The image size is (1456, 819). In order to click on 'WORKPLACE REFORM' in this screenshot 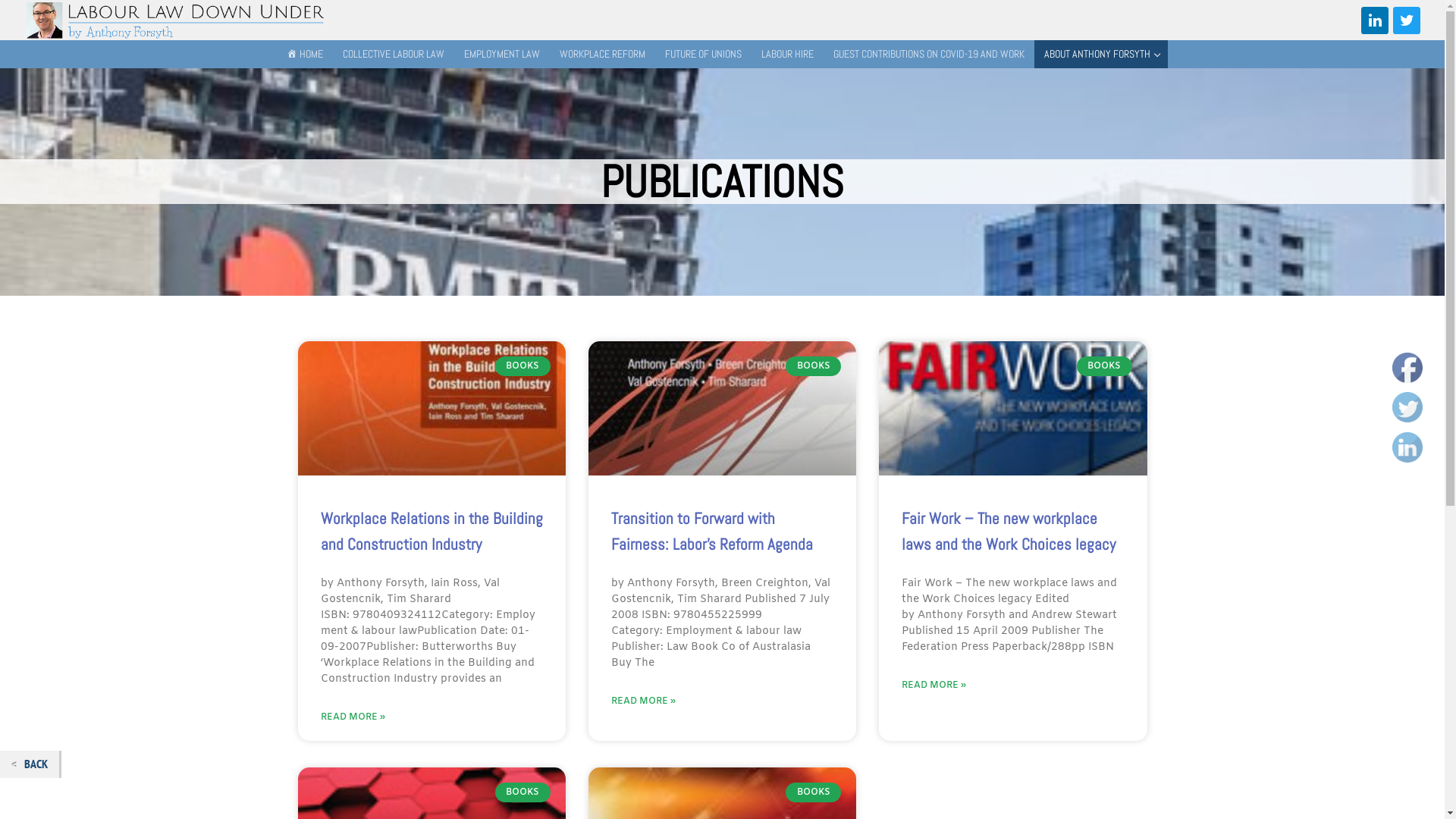, I will do `click(601, 54)`.